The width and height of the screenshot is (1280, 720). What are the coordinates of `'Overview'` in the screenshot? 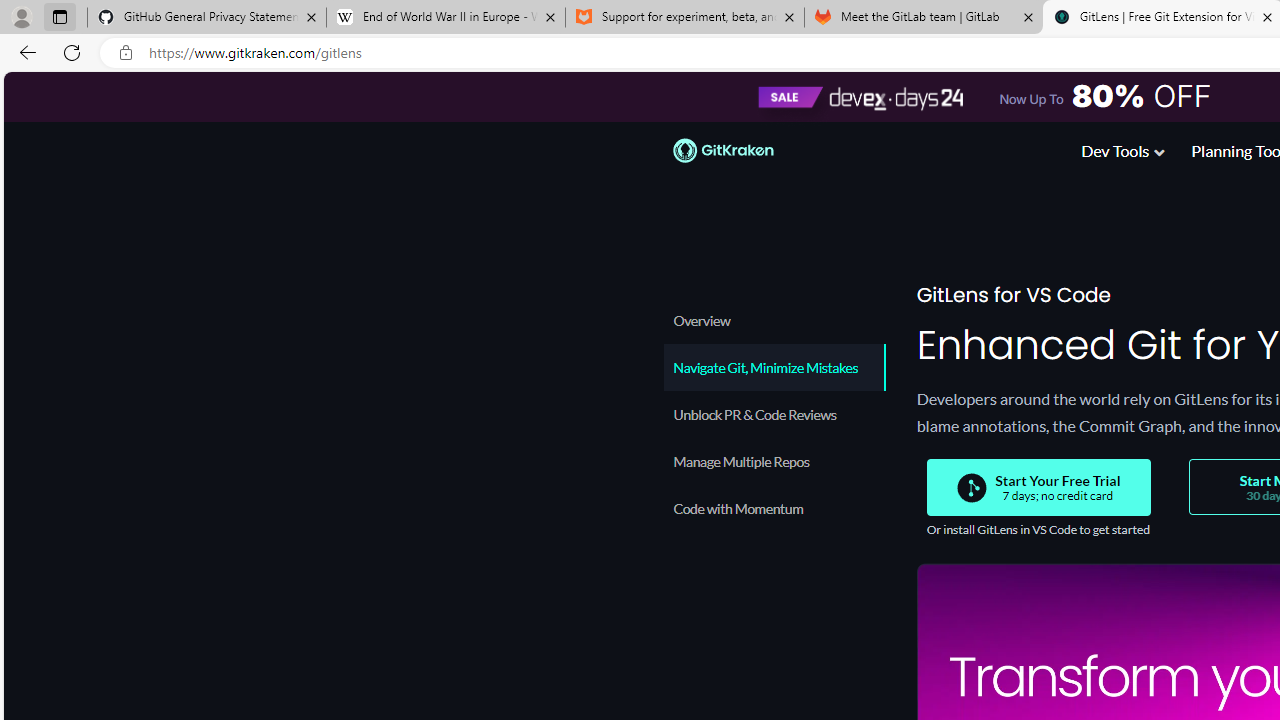 It's located at (772, 319).